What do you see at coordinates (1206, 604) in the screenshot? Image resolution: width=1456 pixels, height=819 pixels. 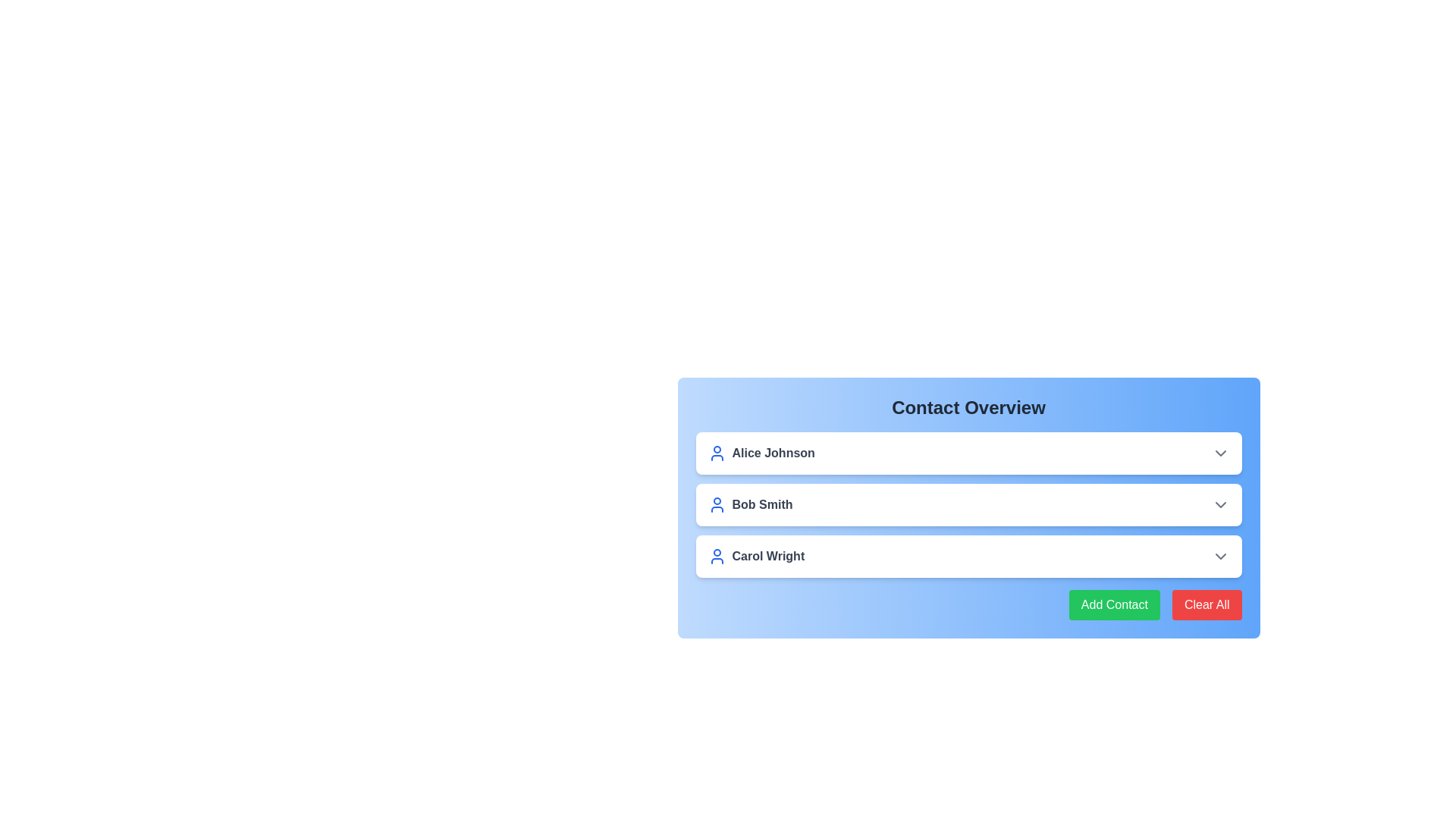 I see `the 'Clear All' button to remove all contacts` at bounding box center [1206, 604].